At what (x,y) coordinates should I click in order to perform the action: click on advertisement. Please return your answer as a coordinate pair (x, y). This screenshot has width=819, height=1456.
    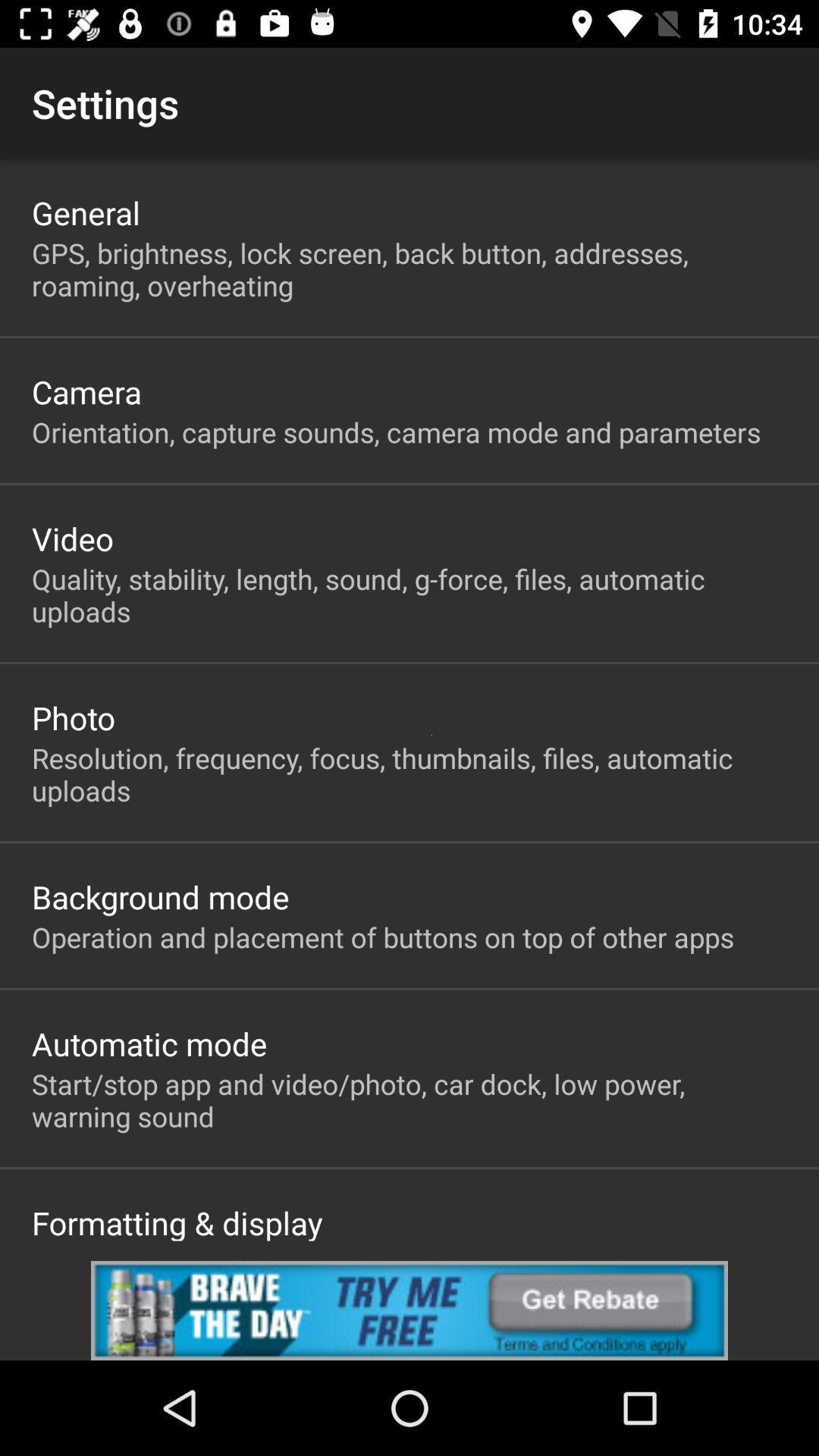
    Looking at the image, I should click on (409, 1310).